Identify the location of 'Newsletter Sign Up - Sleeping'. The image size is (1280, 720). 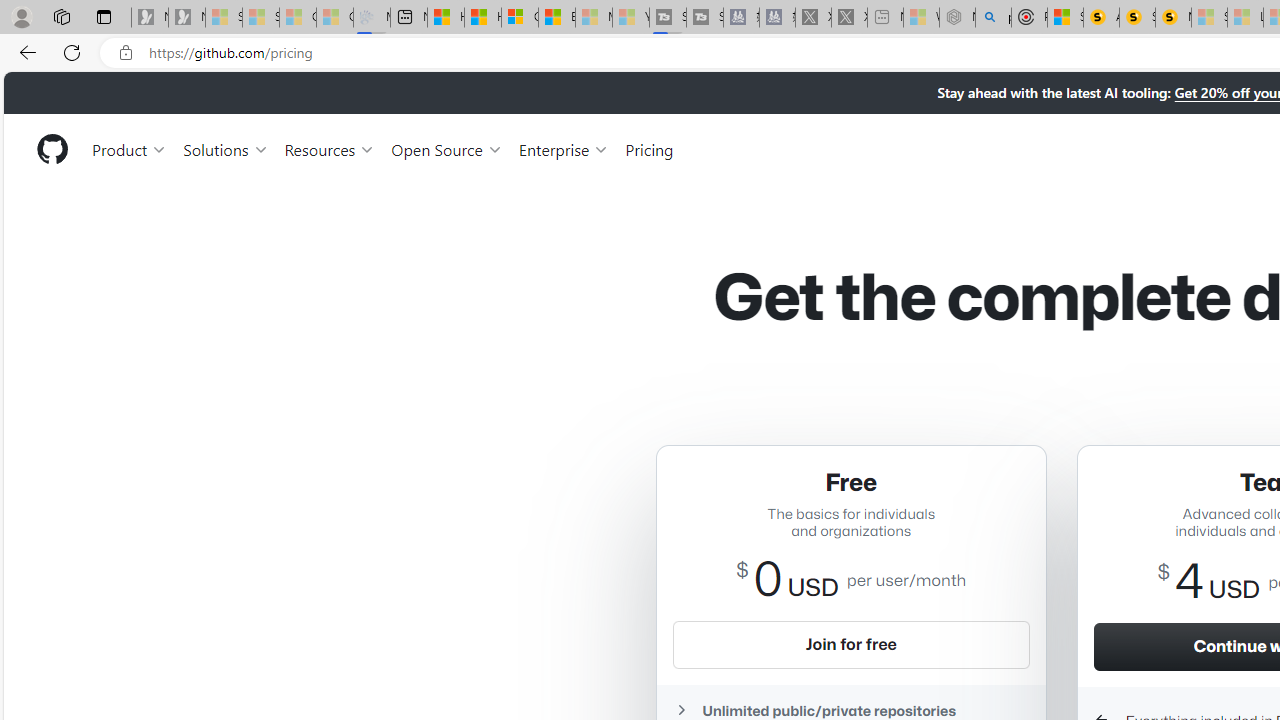
(186, 17).